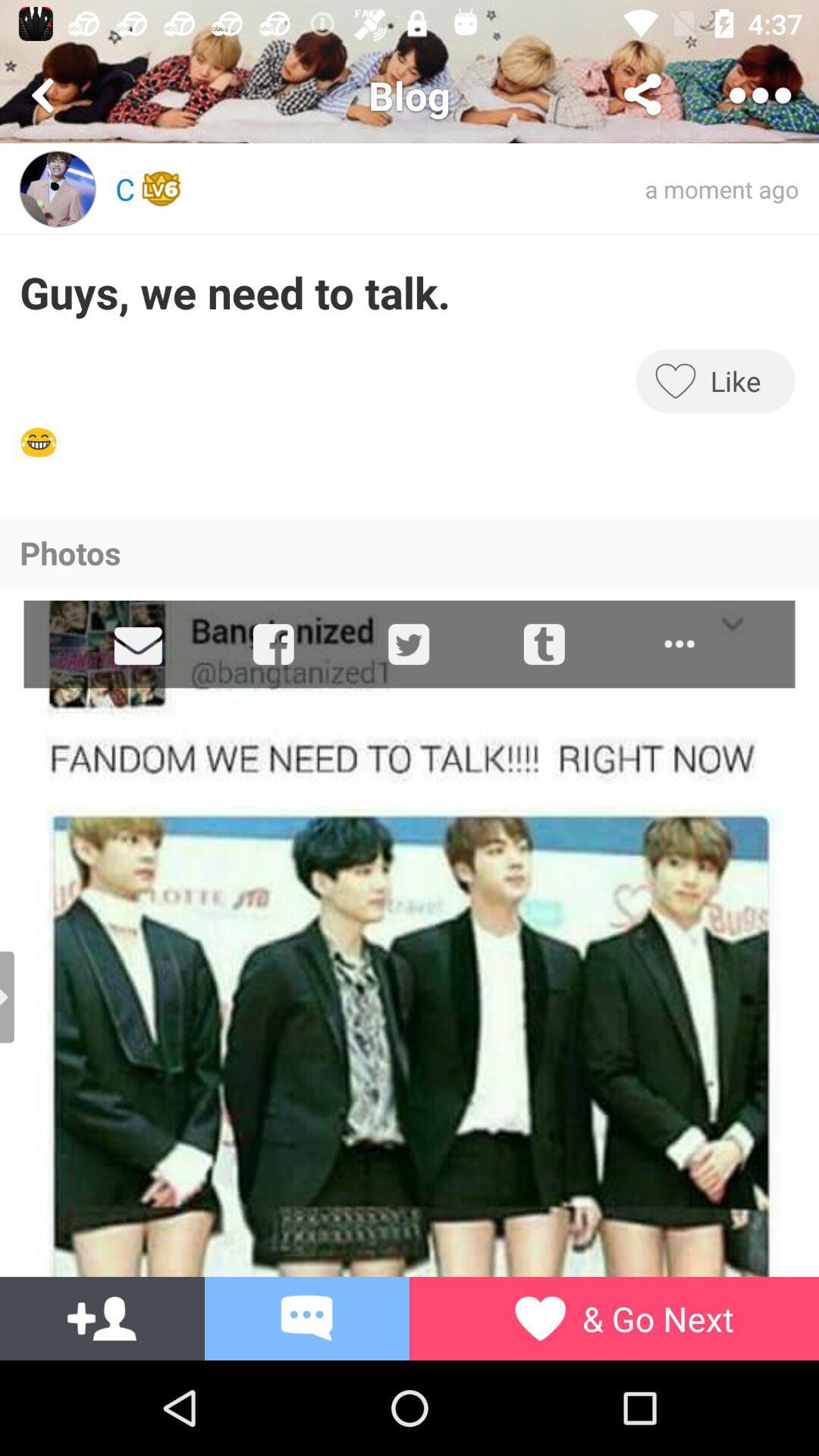  Describe the element at coordinates (102, 1317) in the screenshot. I see `the group icon` at that location.